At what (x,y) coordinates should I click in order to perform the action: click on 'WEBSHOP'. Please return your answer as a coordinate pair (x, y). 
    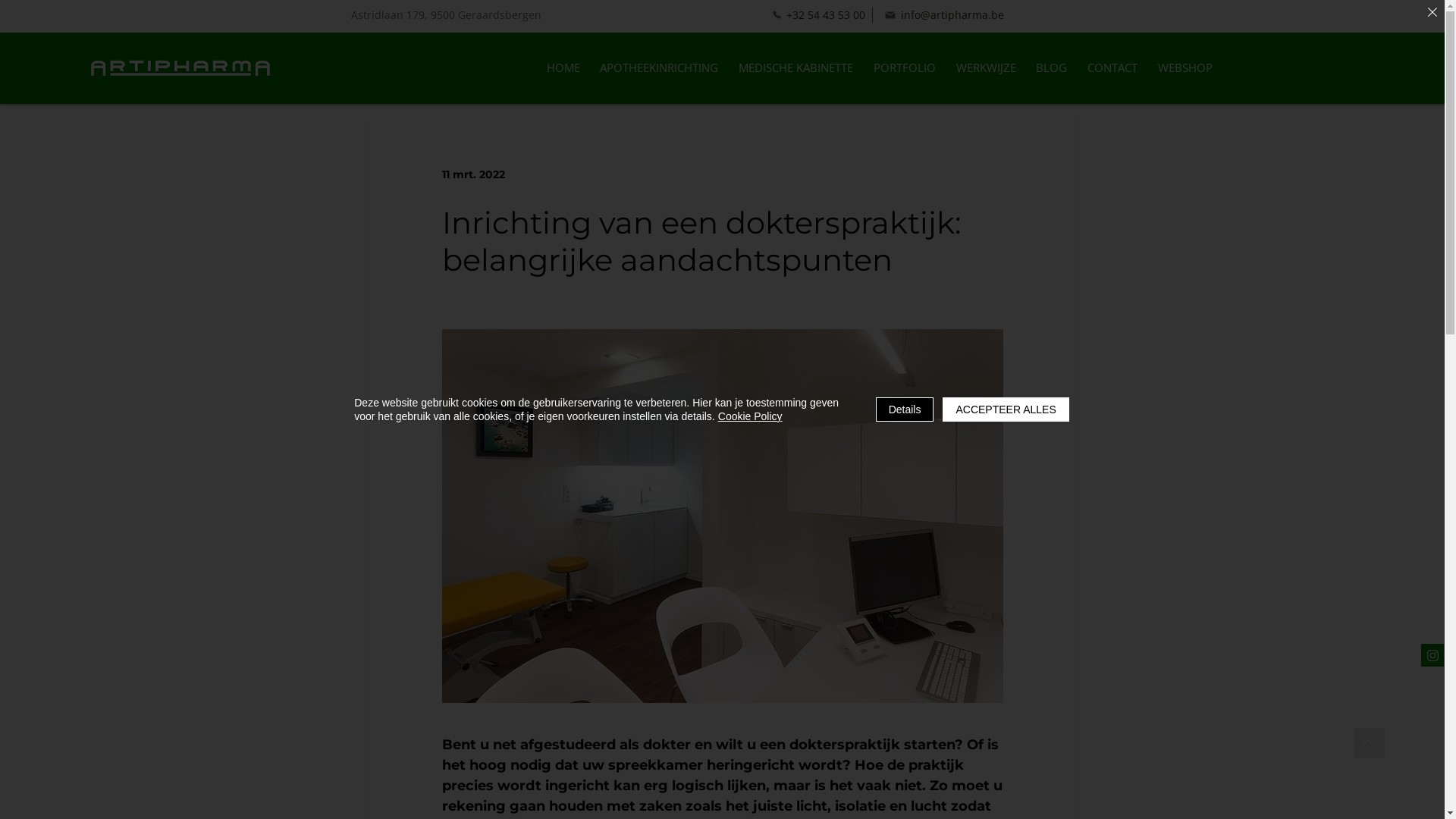
    Looking at the image, I should click on (1184, 67).